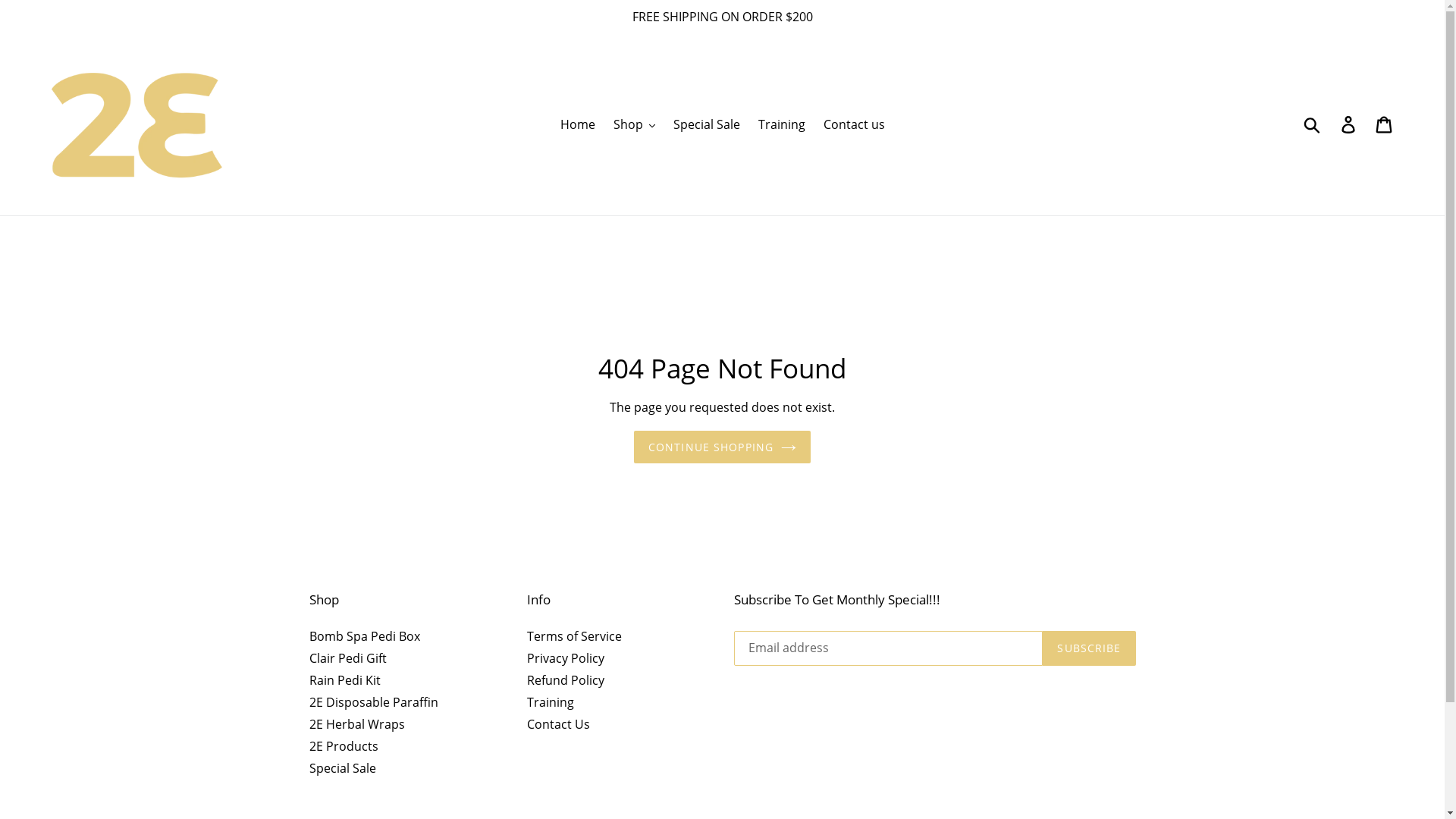  Describe the element at coordinates (1312, 124) in the screenshot. I see `'Submit'` at that location.